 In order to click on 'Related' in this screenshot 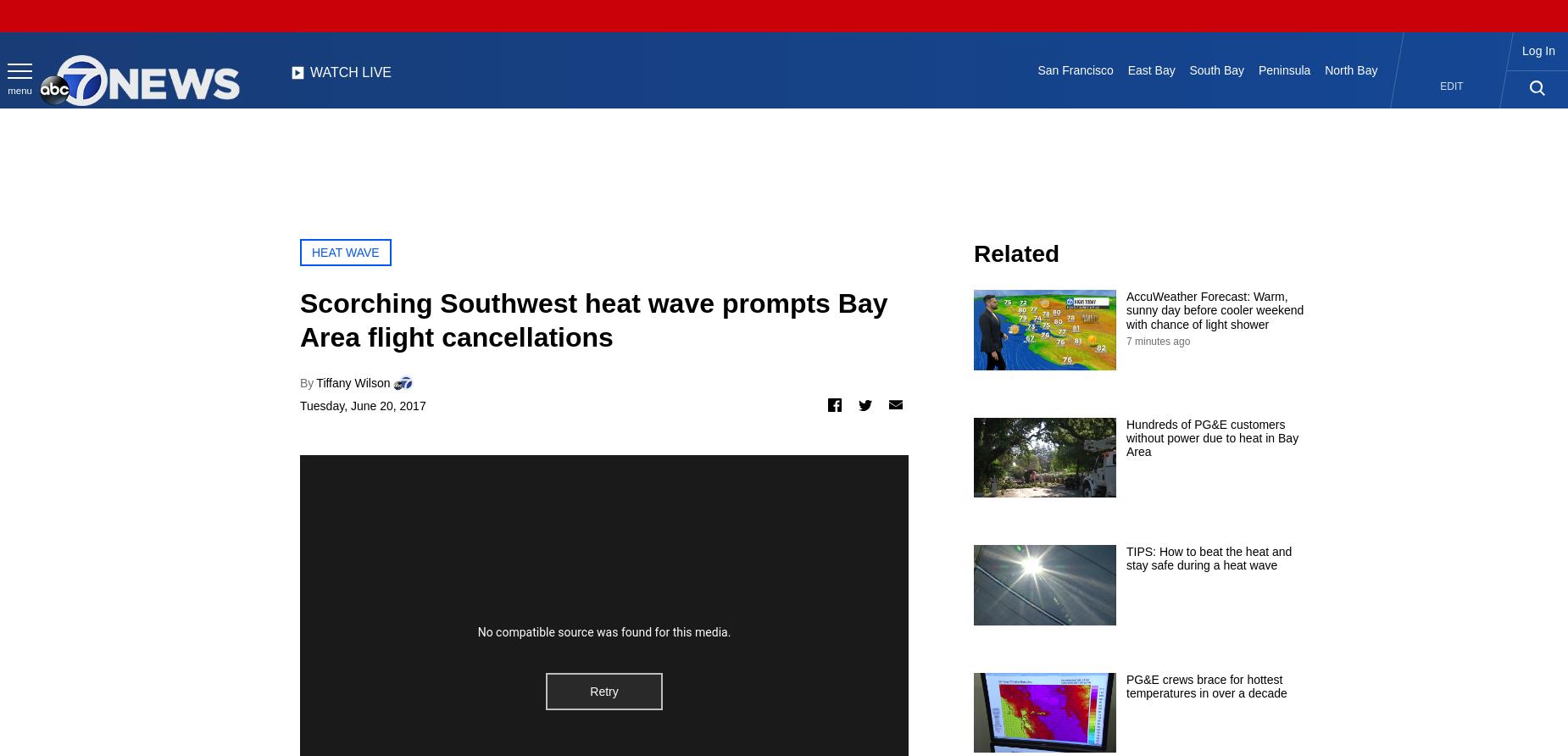, I will do `click(973, 253)`.